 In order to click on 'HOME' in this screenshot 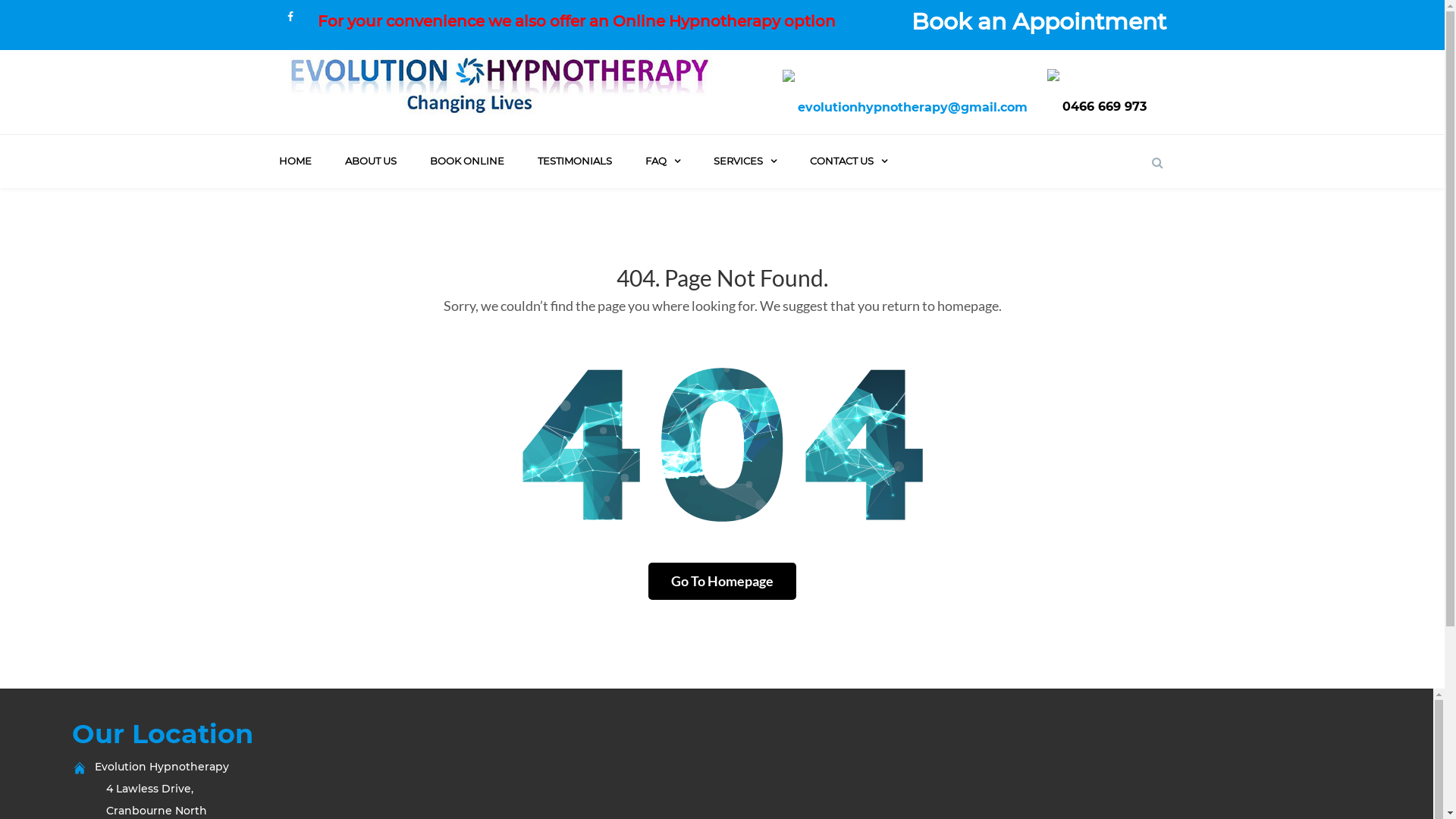, I will do `click(295, 161)`.